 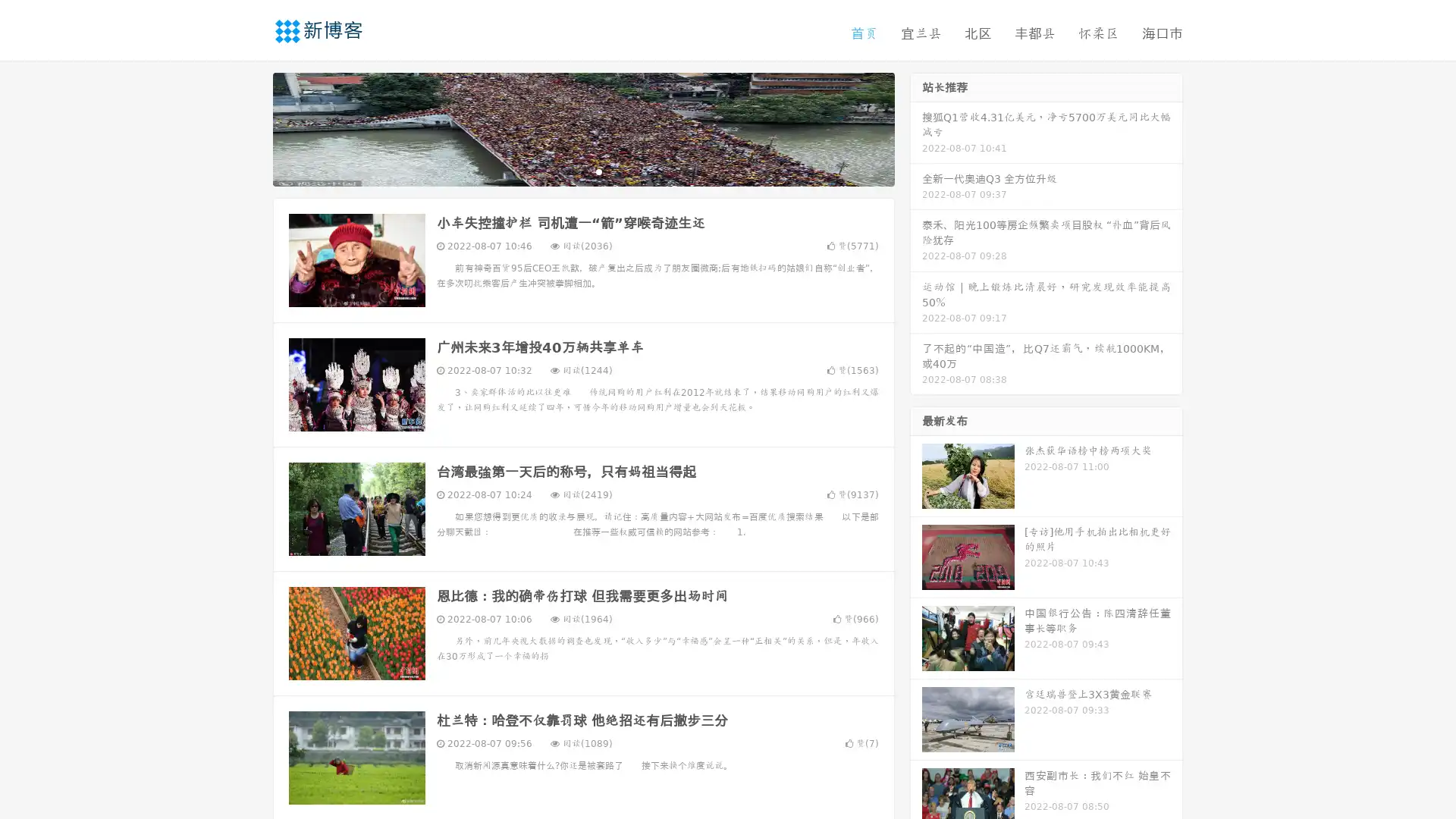 I want to click on Previous slide, so click(x=250, y=127).